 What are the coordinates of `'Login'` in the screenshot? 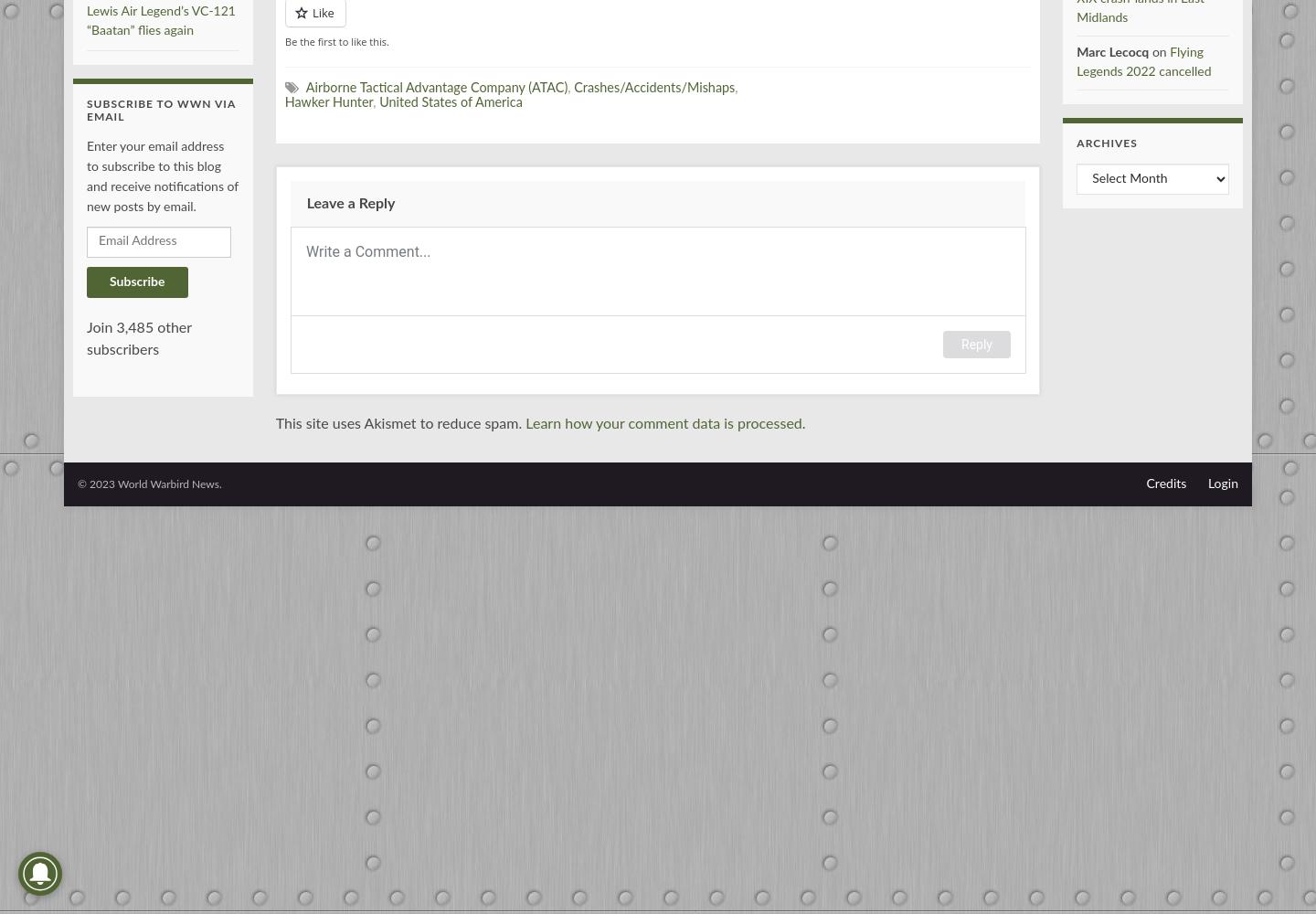 It's located at (1222, 484).